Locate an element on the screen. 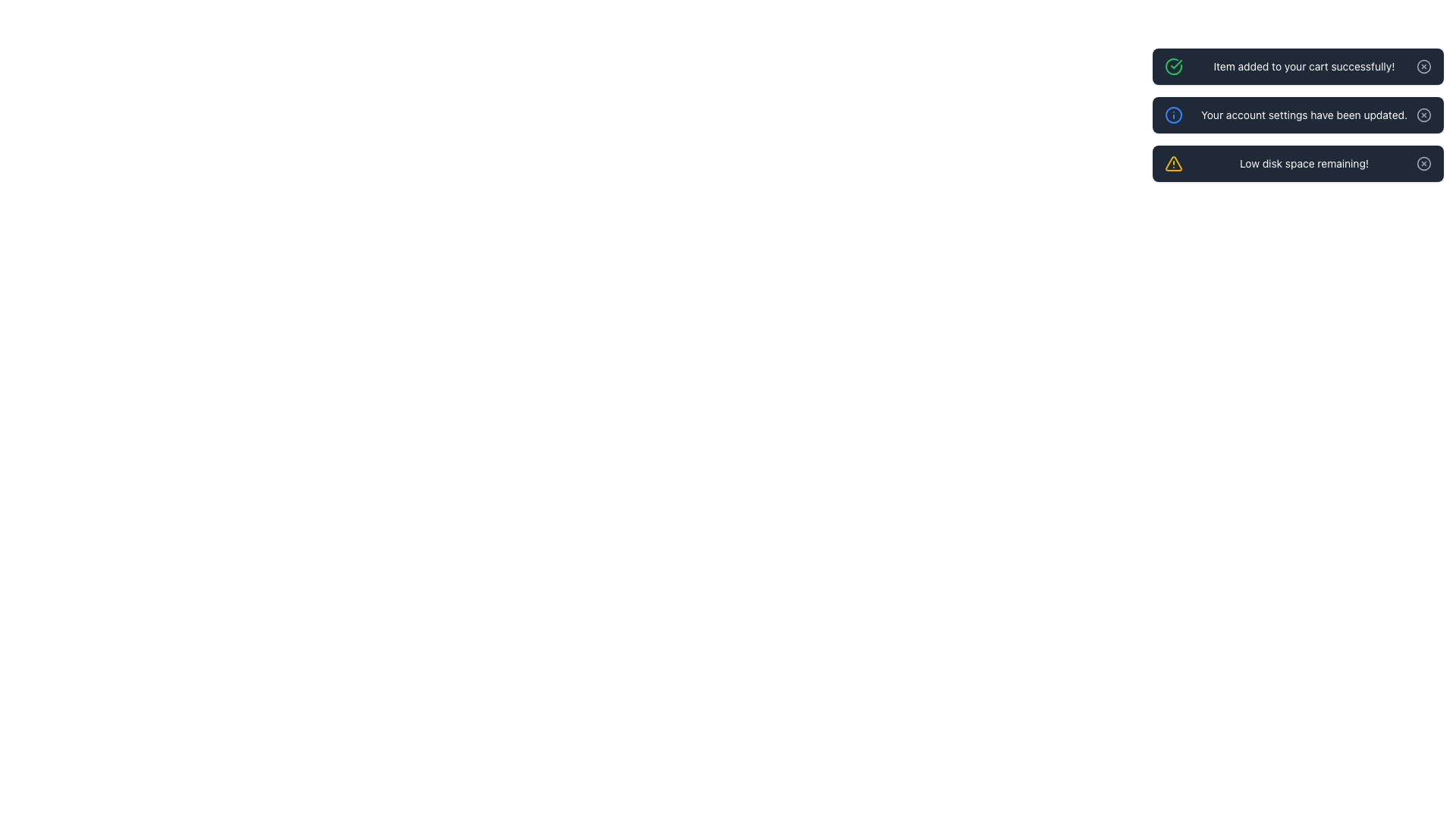 The width and height of the screenshot is (1456, 819). the circular icon button with a light gray border and a central cross mark is located at coordinates (1423, 66).